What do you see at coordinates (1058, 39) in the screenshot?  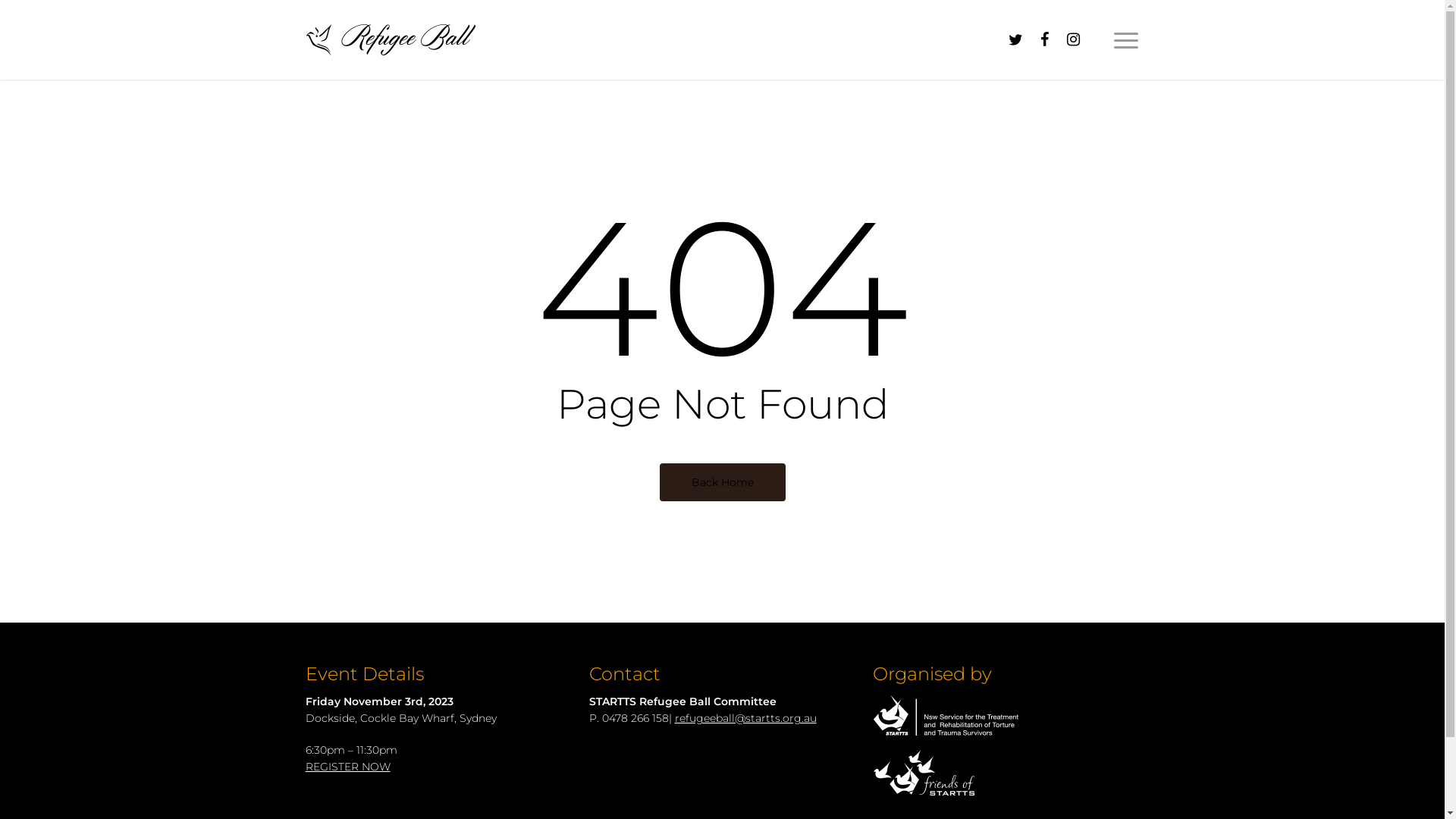 I see `'instagram'` at bounding box center [1058, 39].